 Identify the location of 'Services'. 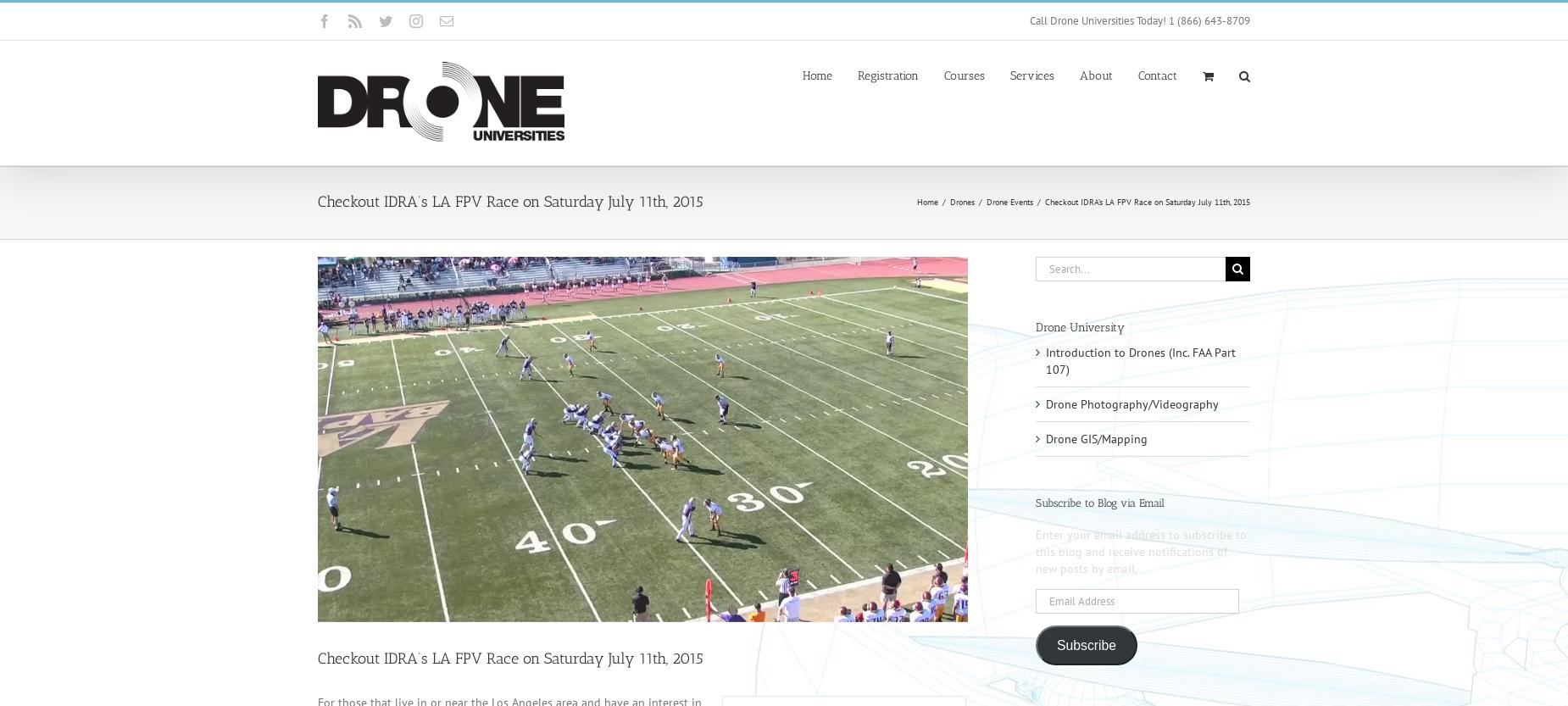
(1031, 76).